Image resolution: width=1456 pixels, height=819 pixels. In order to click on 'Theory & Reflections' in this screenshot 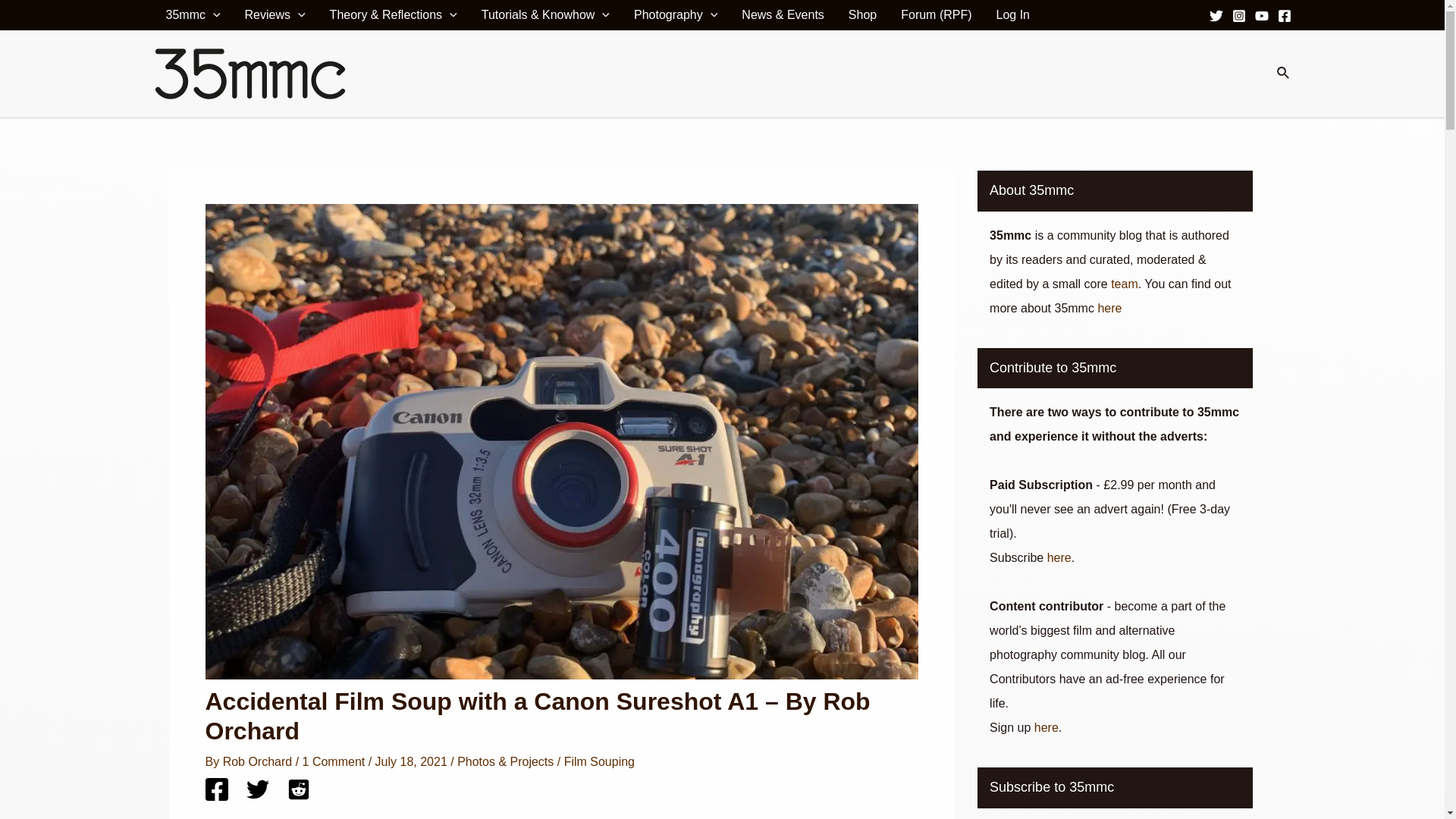, I will do `click(393, 14)`.